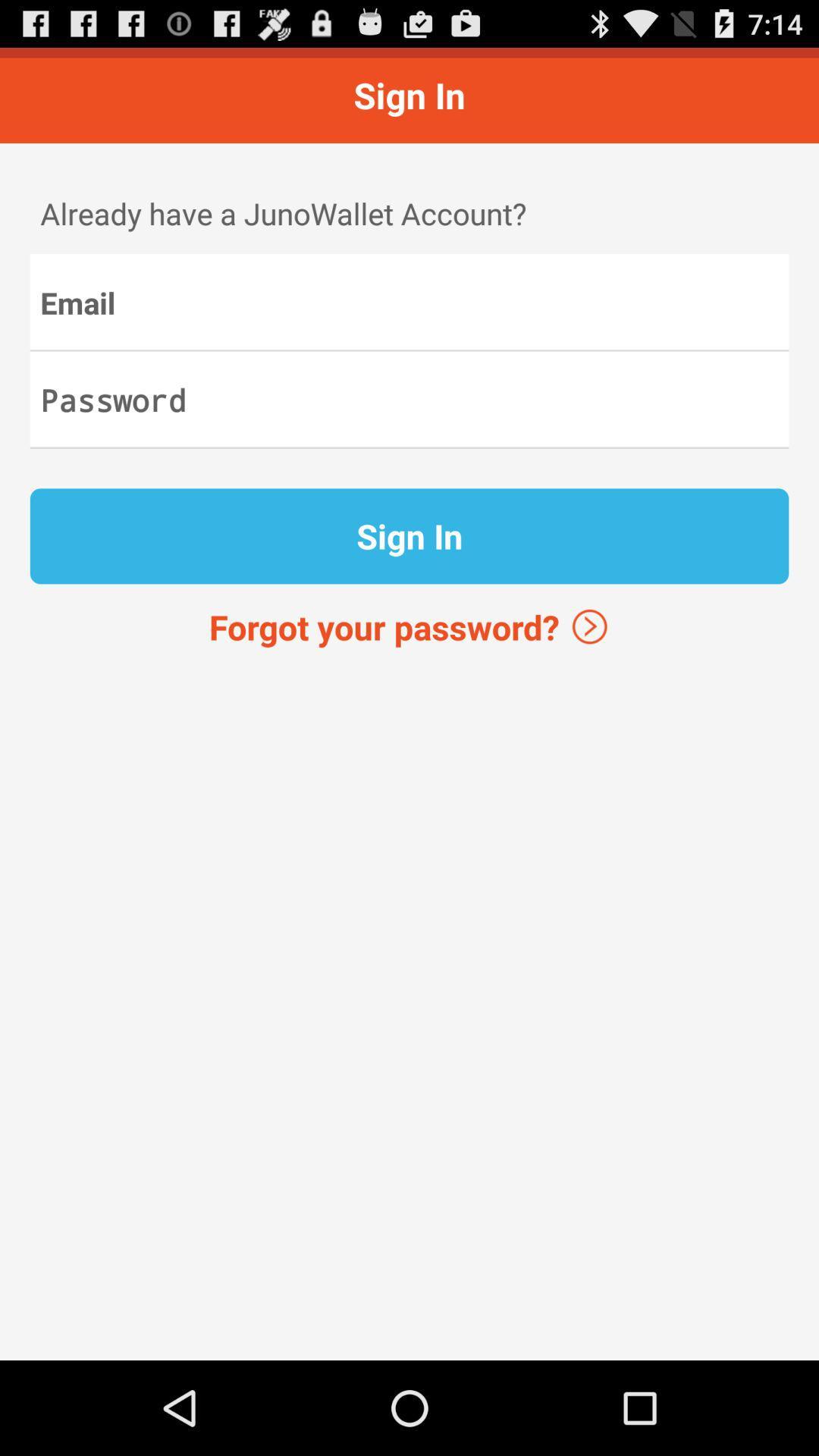 The height and width of the screenshot is (1456, 819). What do you see at coordinates (409, 626) in the screenshot?
I see `item below the sign in` at bounding box center [409, 626].